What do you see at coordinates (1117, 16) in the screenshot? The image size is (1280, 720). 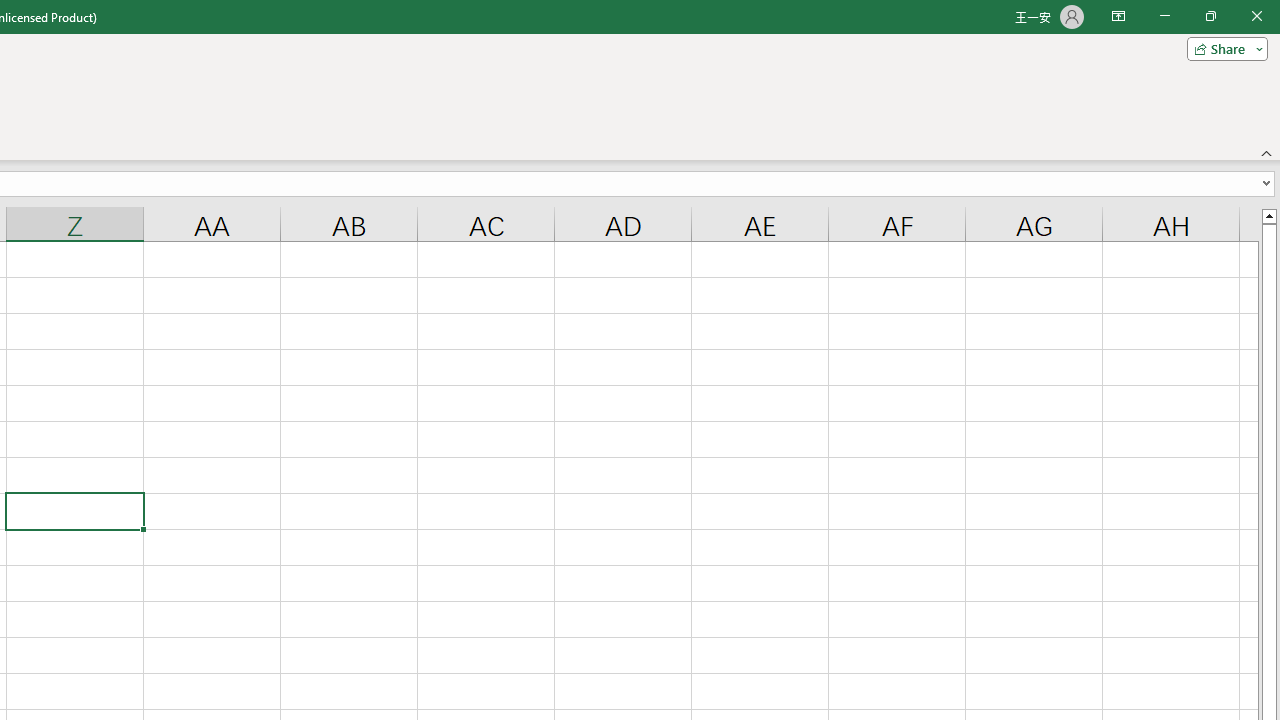 I see `'Ribbon Display Options'` at bounding box center [1117, 16].